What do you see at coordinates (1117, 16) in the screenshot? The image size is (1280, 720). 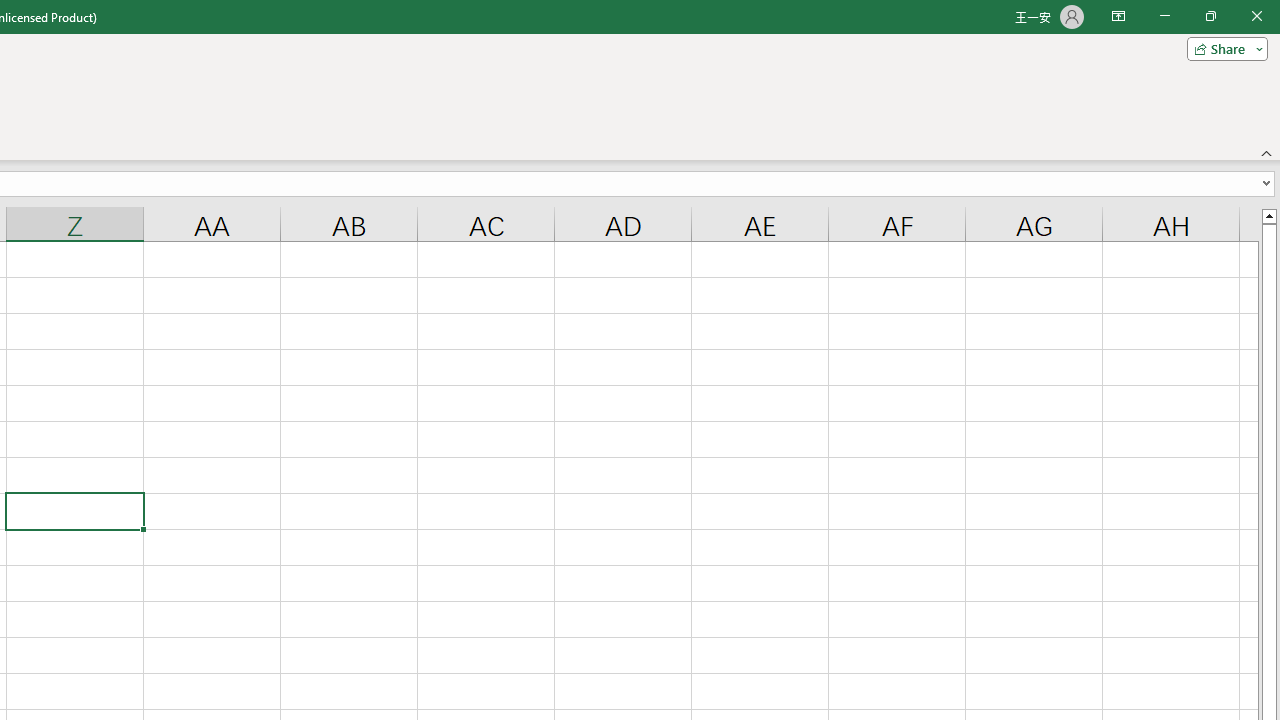 I see `'Ribbon Display Options'` at bounding box center [1117, 16].